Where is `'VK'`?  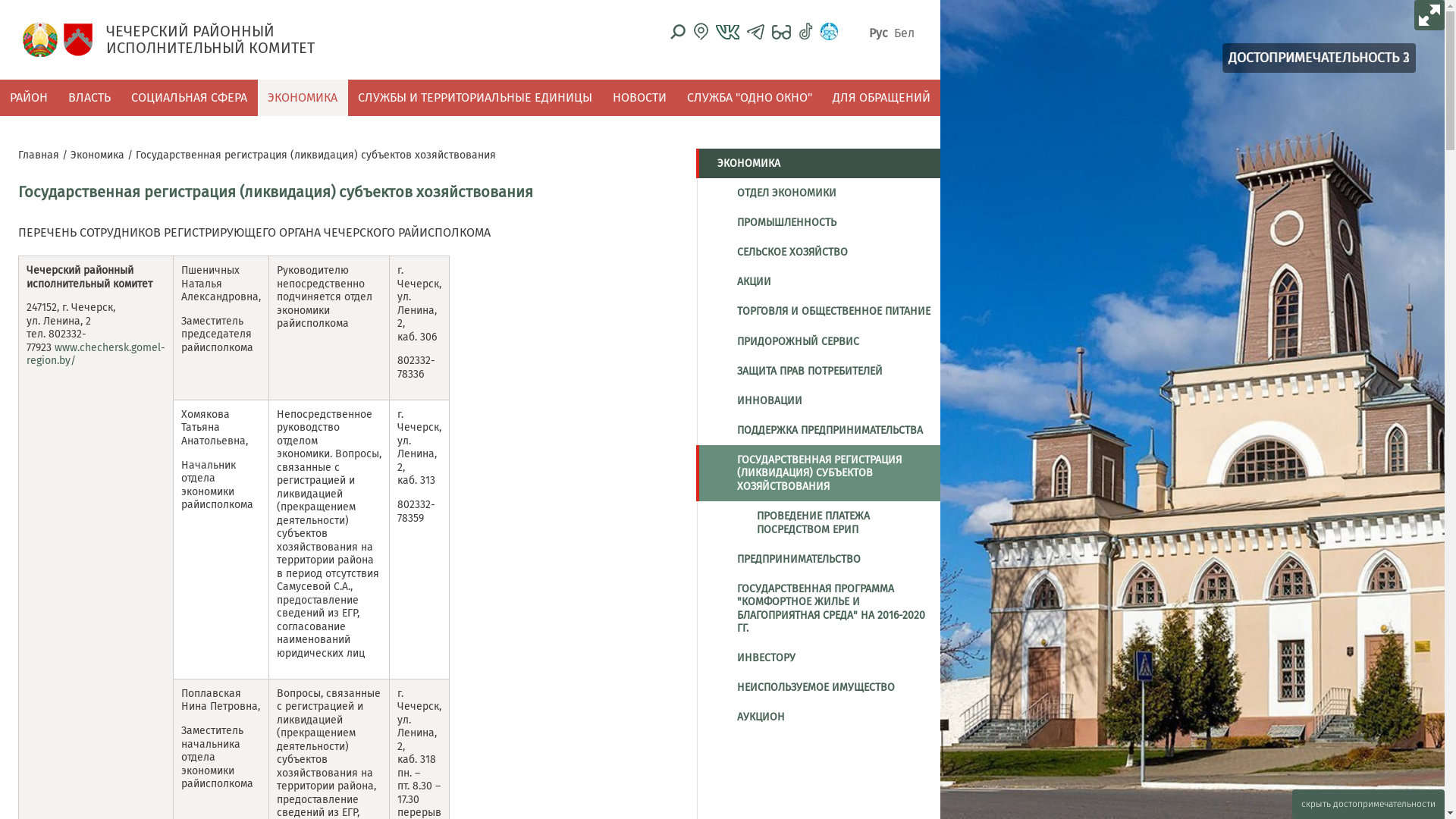
'VK' is located at coordinates (726, 31).